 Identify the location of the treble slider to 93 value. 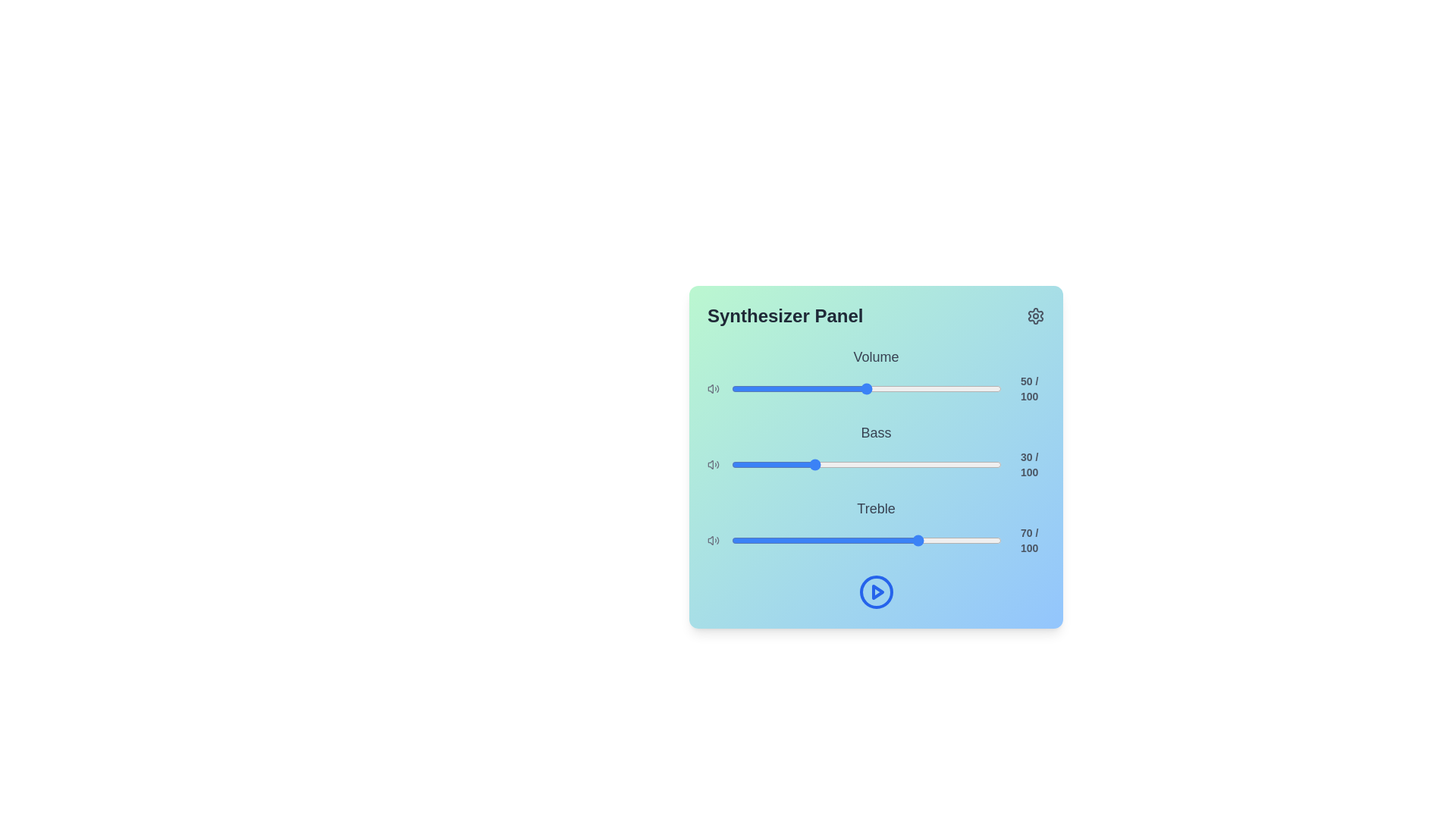
(983, 540).